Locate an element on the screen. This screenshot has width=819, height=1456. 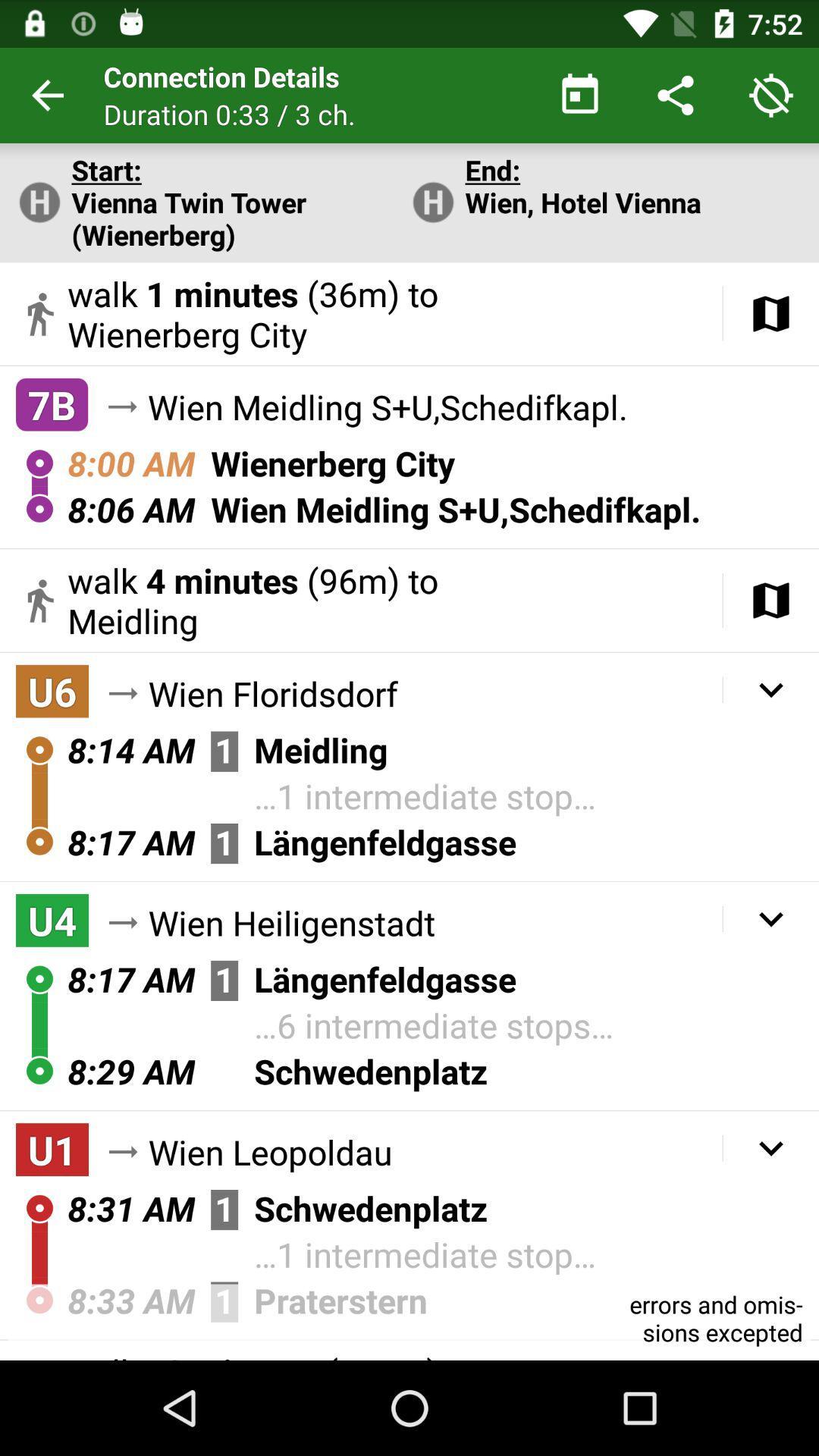
the expand_more icon is located at coordinates (771, 1228).